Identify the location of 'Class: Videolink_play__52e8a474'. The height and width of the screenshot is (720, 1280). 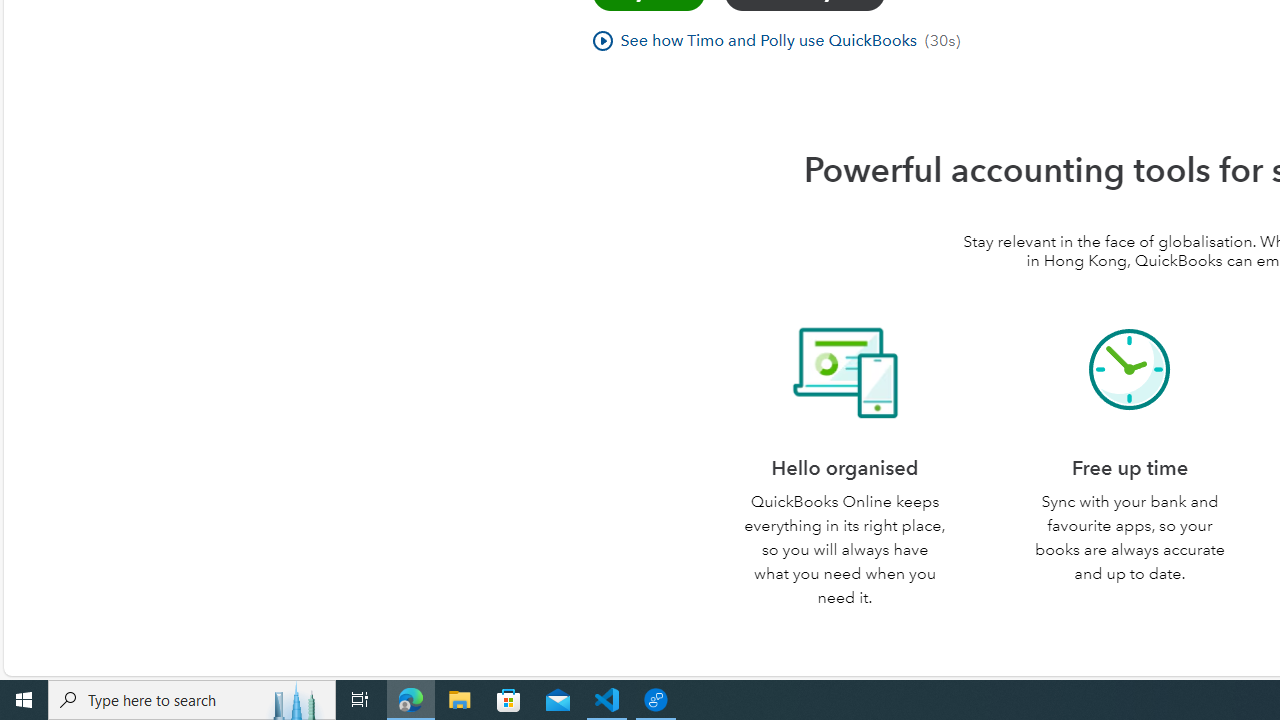
(601, 40).